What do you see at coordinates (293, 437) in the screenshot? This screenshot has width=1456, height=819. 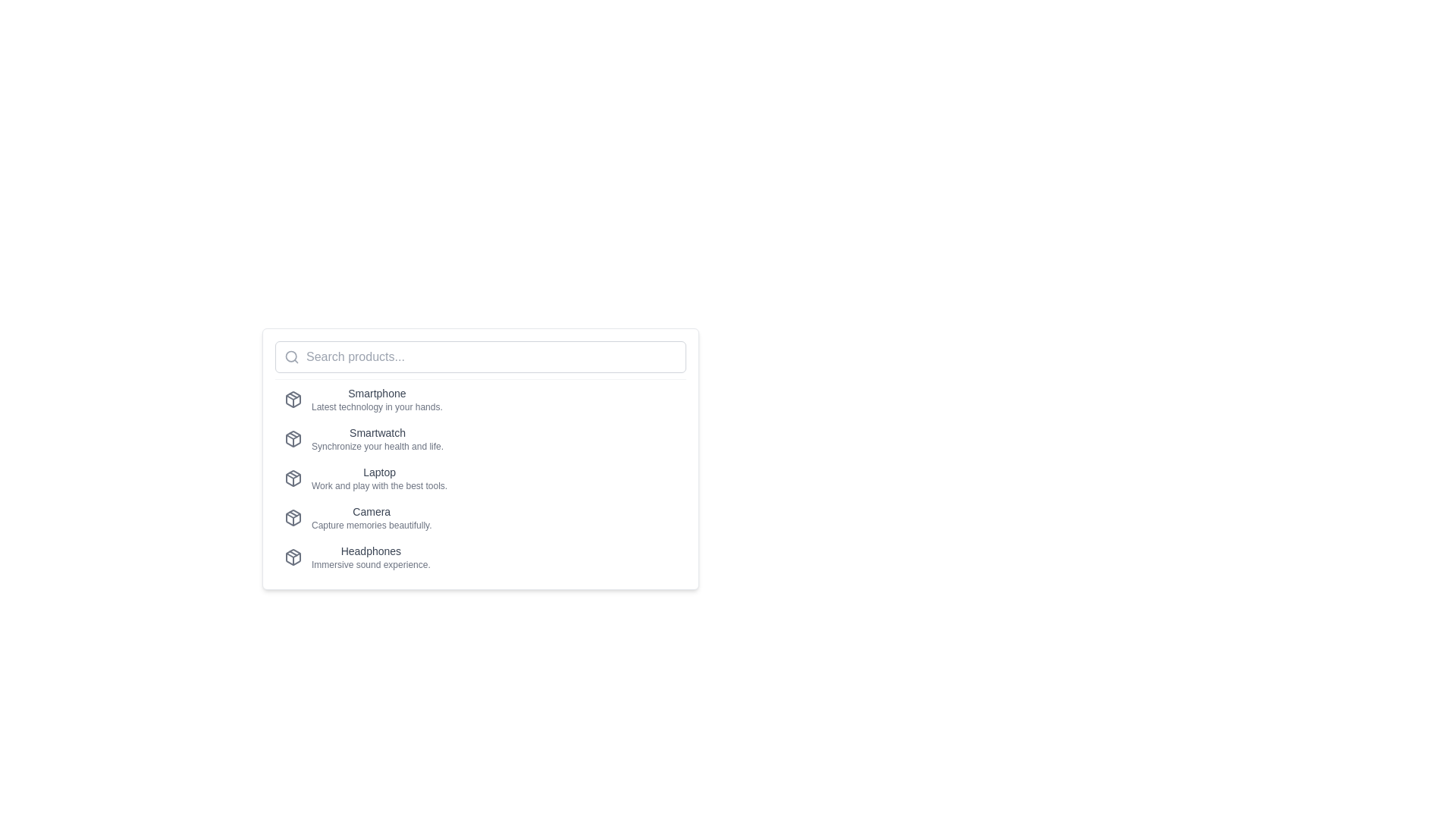 I see `the SVG graphical element representing the 'Smartwatch' icon, located centrally in the interface and to the left of the text 'Smartwatch'` at bounding box center [293, 437].